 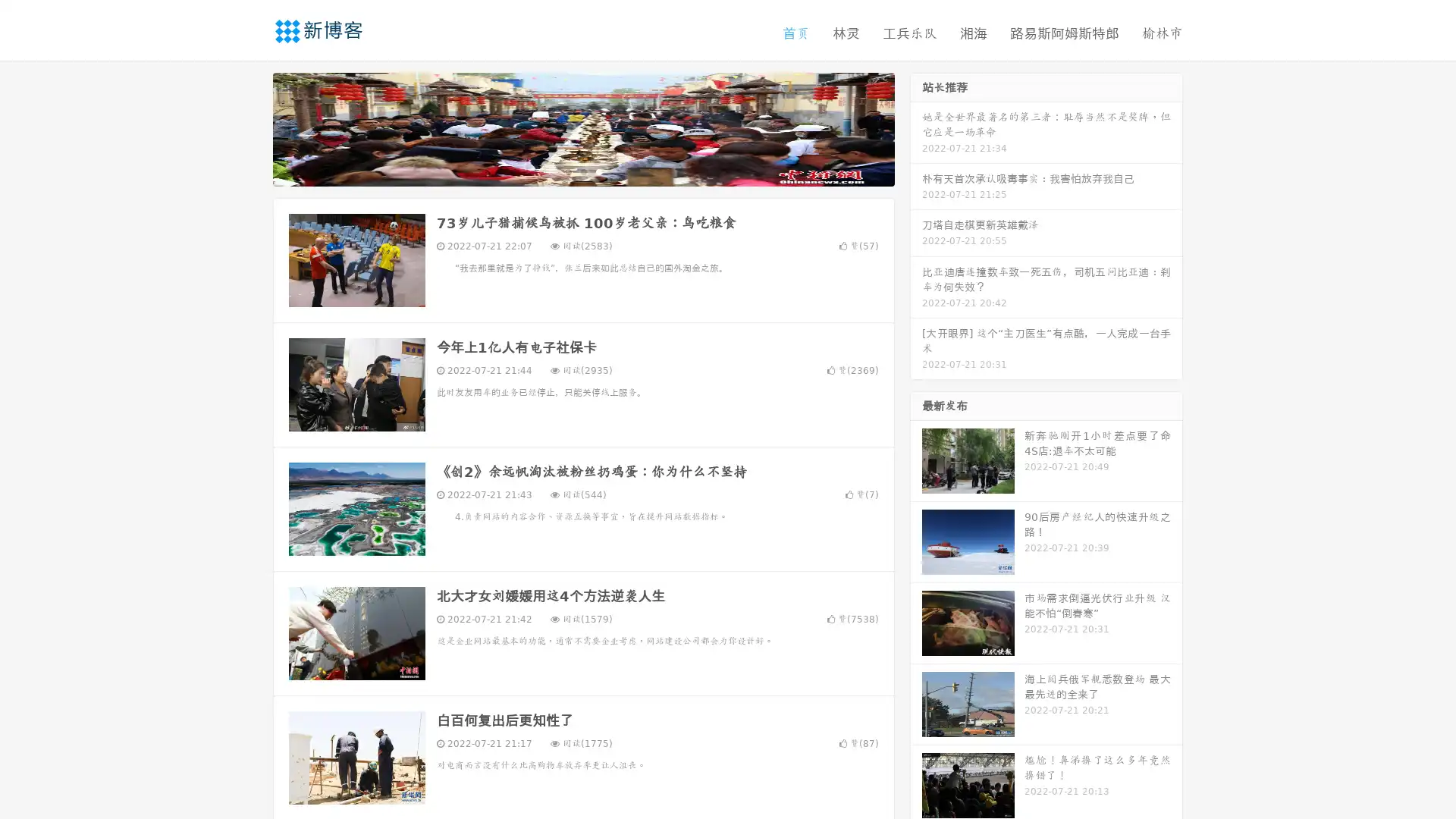 What do you see at coordinates (250, 127) in the screenshot?
I see `Previous slide` at bounding box center [250, 127].